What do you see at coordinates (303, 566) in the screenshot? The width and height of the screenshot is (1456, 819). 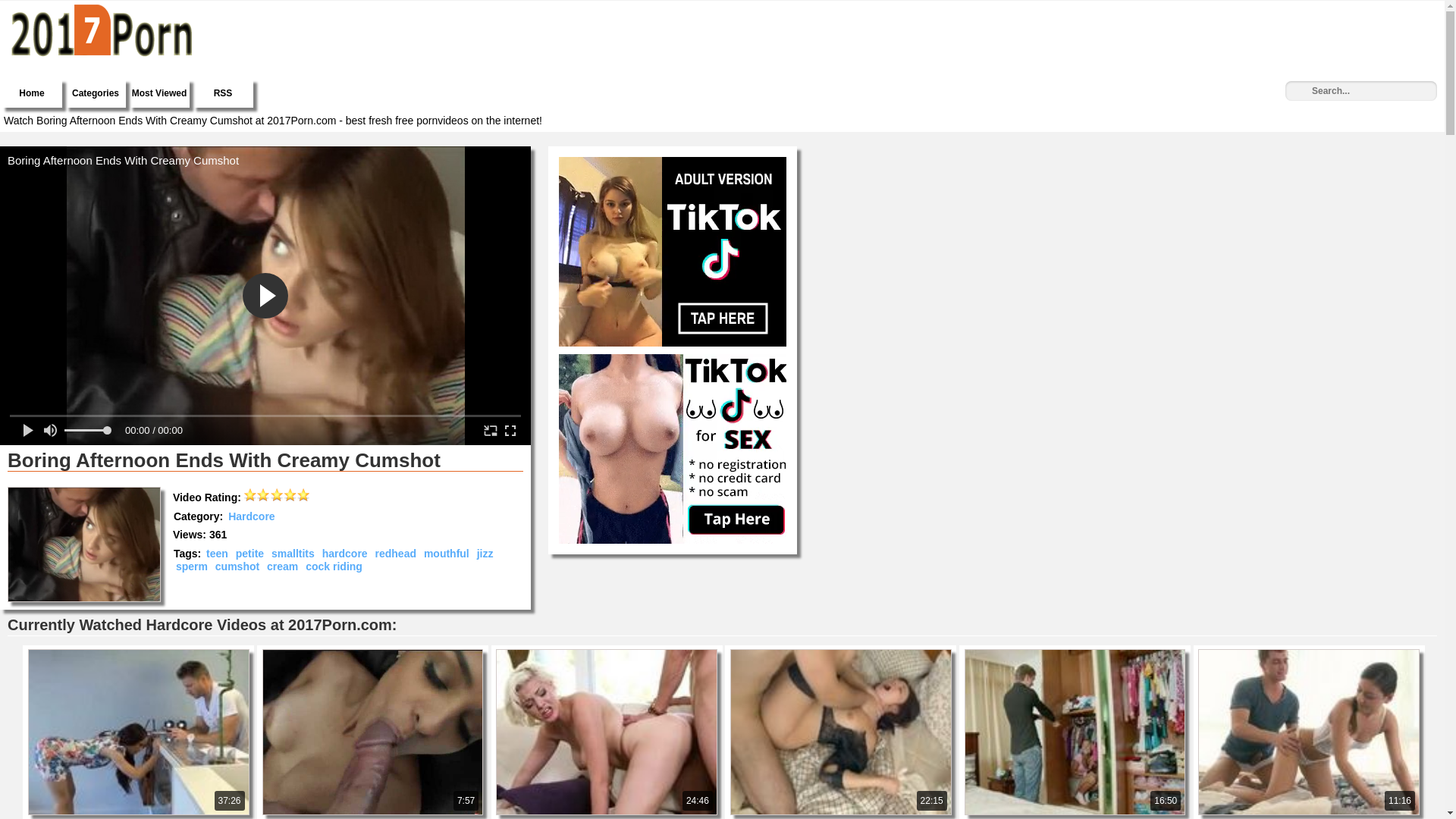 I see `'cock riding'` at bounding box center [303, 566].